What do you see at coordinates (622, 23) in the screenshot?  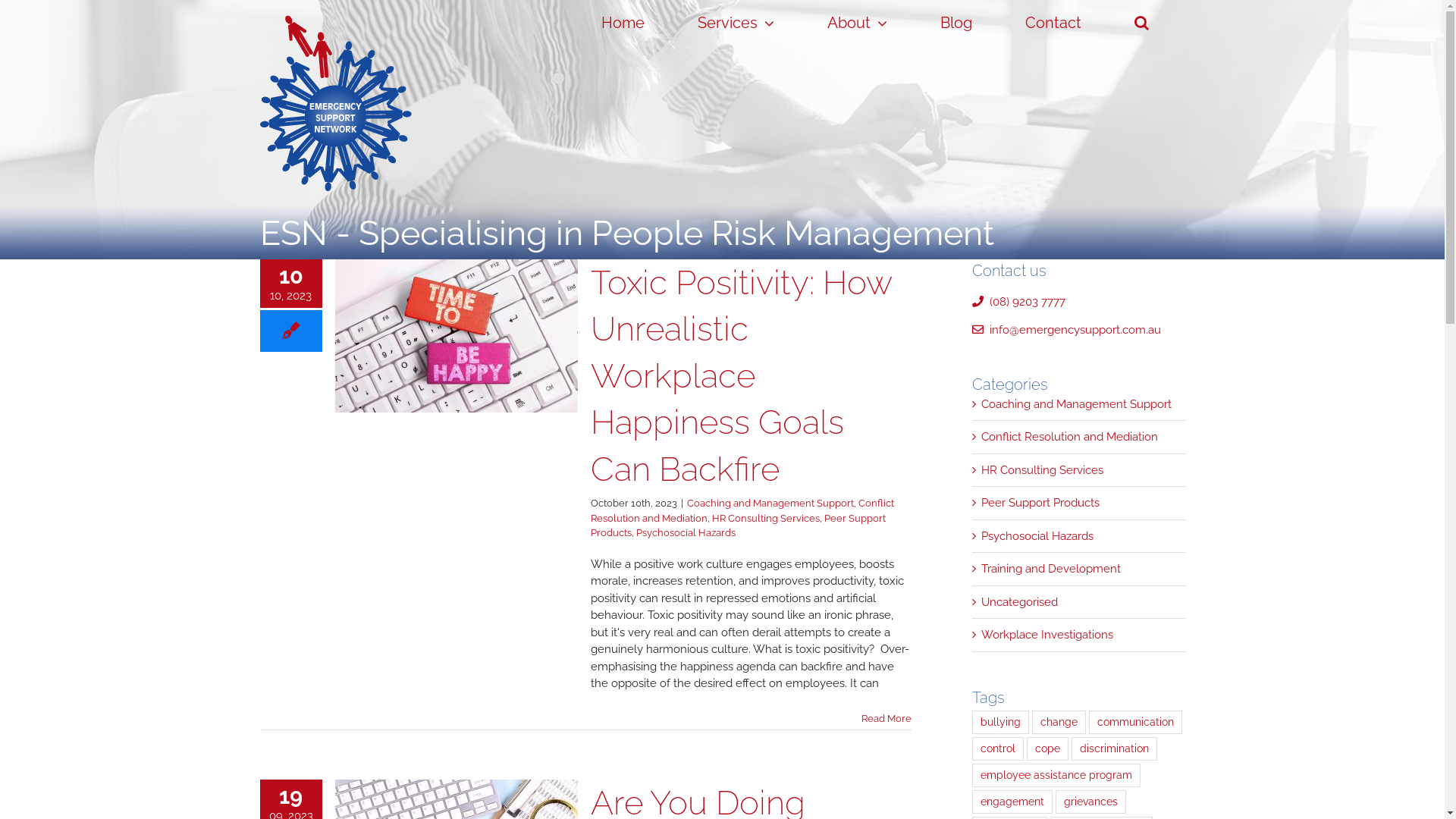 I see `'Home'` at bounding box center [622, 23].